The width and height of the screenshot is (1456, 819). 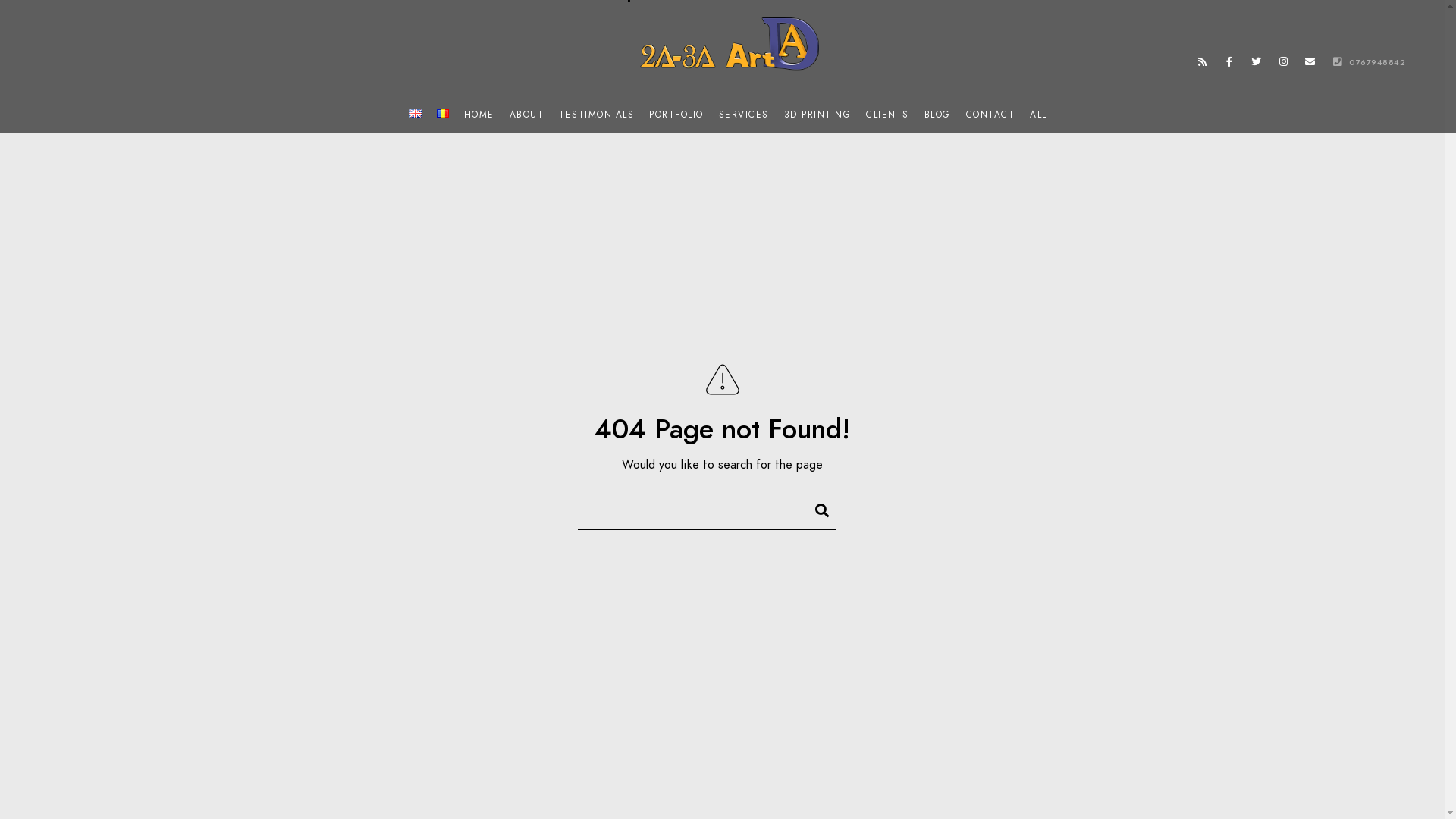 I want to click on '3D PRINTING', so click(x=817, y=113).